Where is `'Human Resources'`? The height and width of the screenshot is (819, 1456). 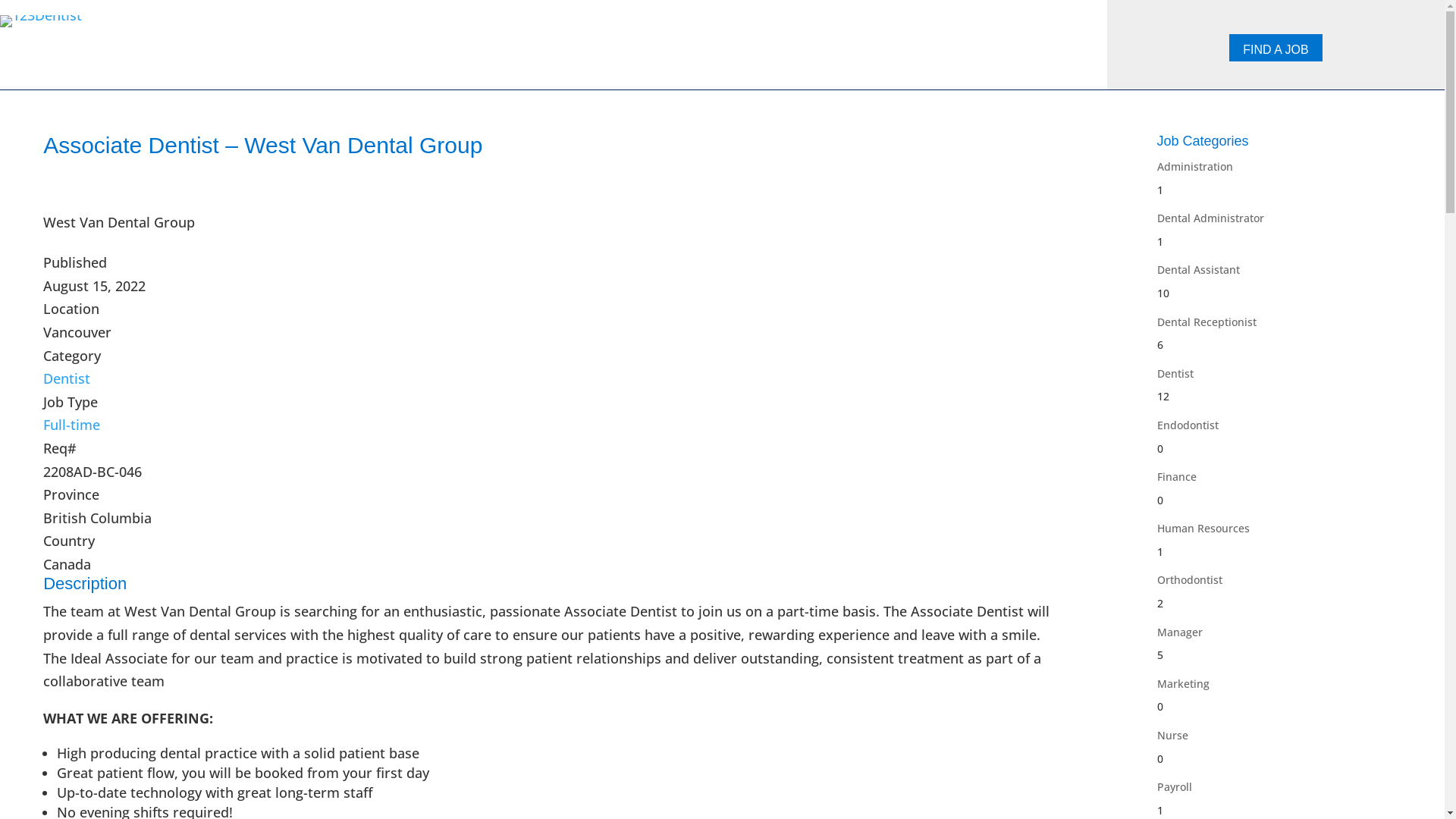
'Human Resources' is located at coordinates (1156, 527).